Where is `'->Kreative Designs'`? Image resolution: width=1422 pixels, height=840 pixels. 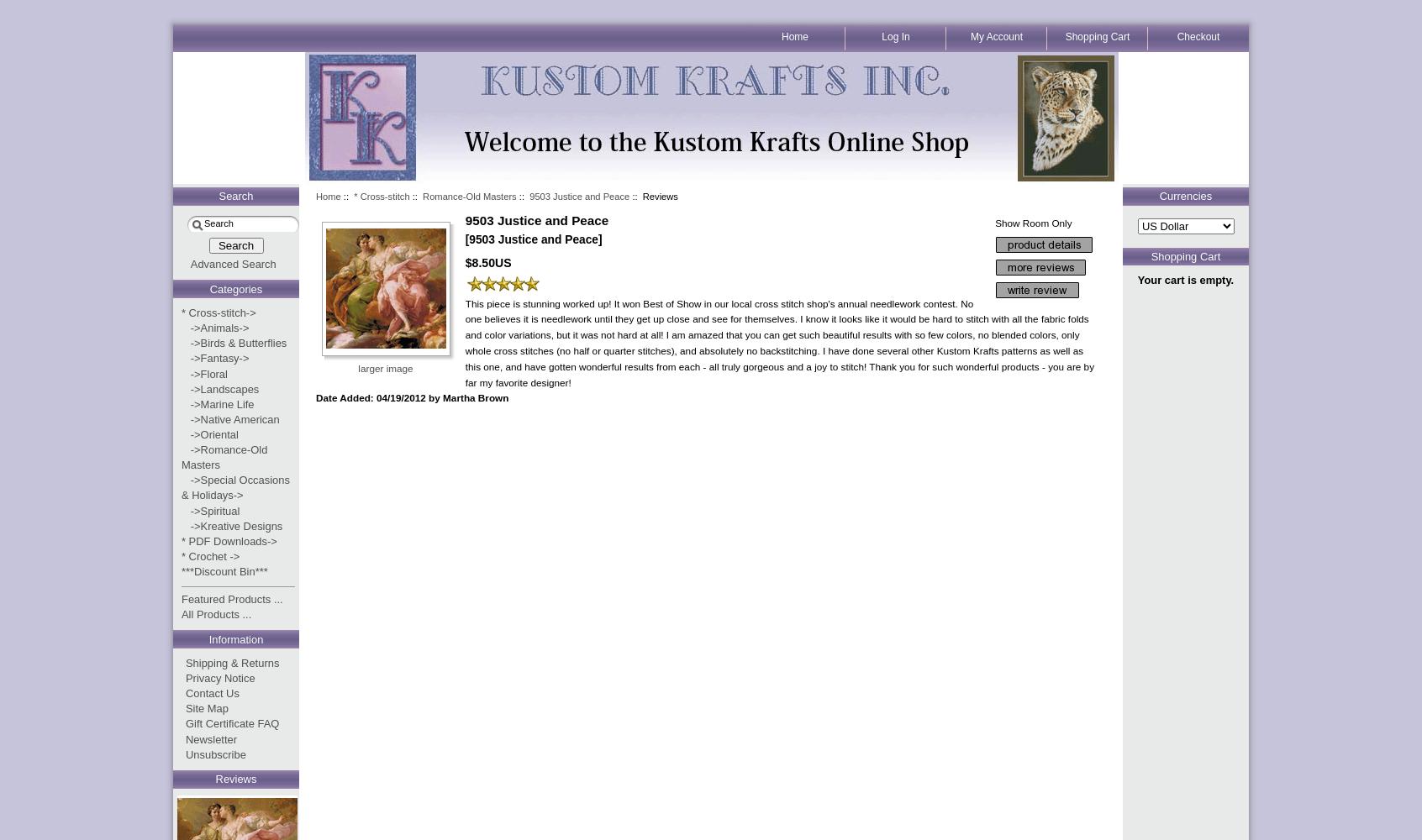 '->Kreative Designs' is located at coordinates (231, 525).